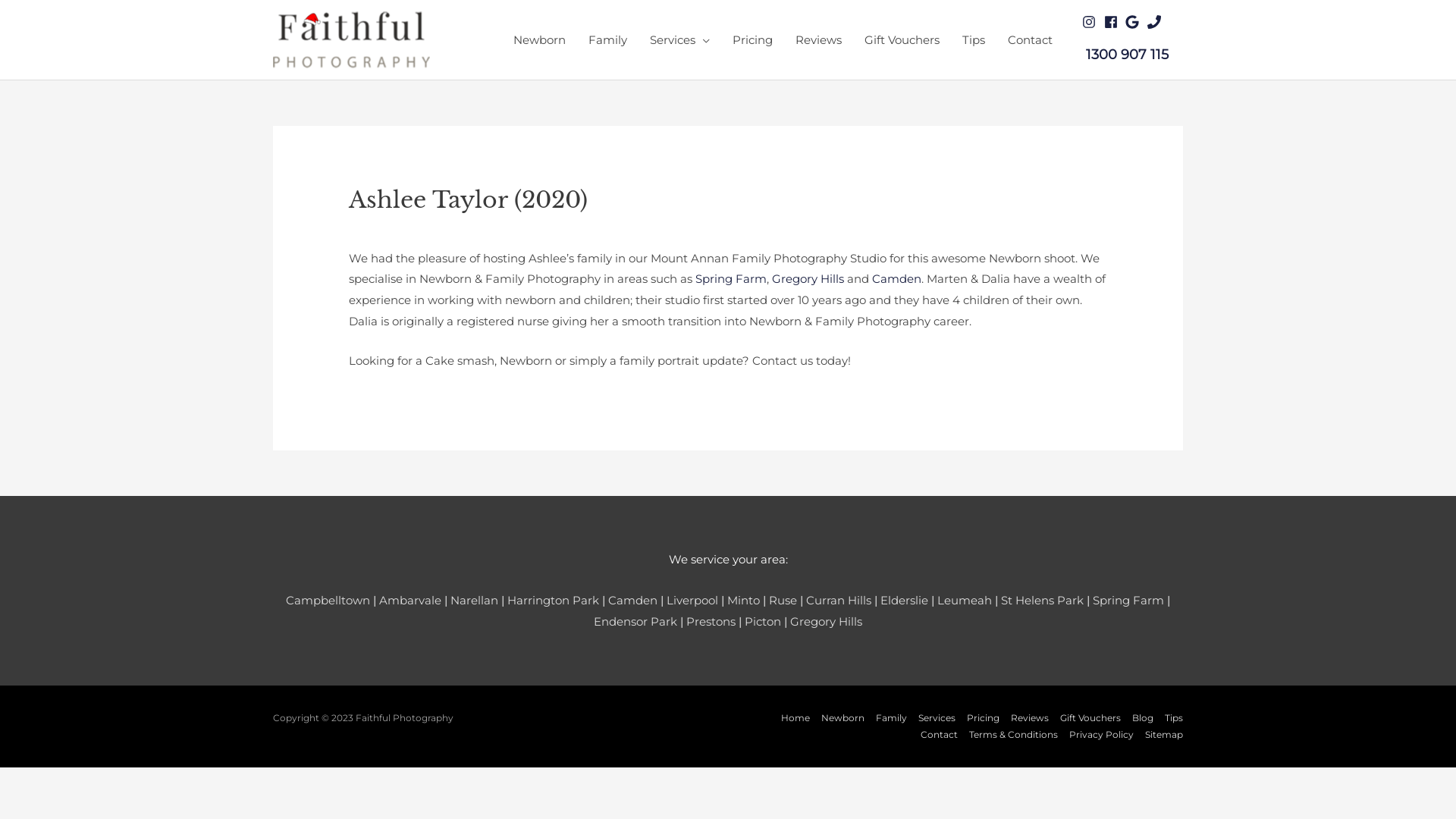 This screenshot has width=1456, height=819. Describe the element at coordinates (473, 599) in the screenshot. I see `'Narellan'` at that location.